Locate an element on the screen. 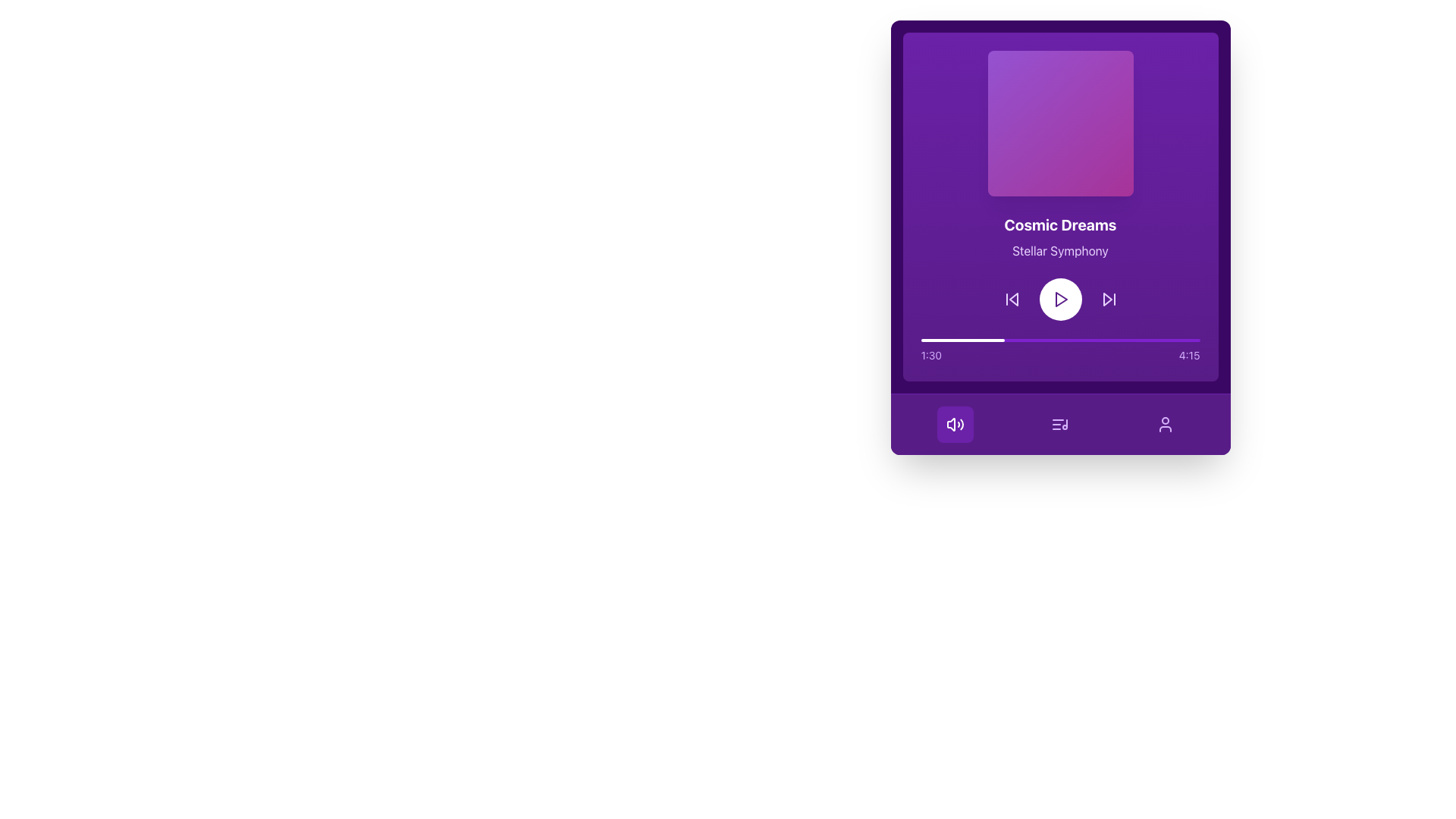  the horizontal progress bar with a purple background and rounded edges to seek to a different time position is located at coordinates (1059, 339).